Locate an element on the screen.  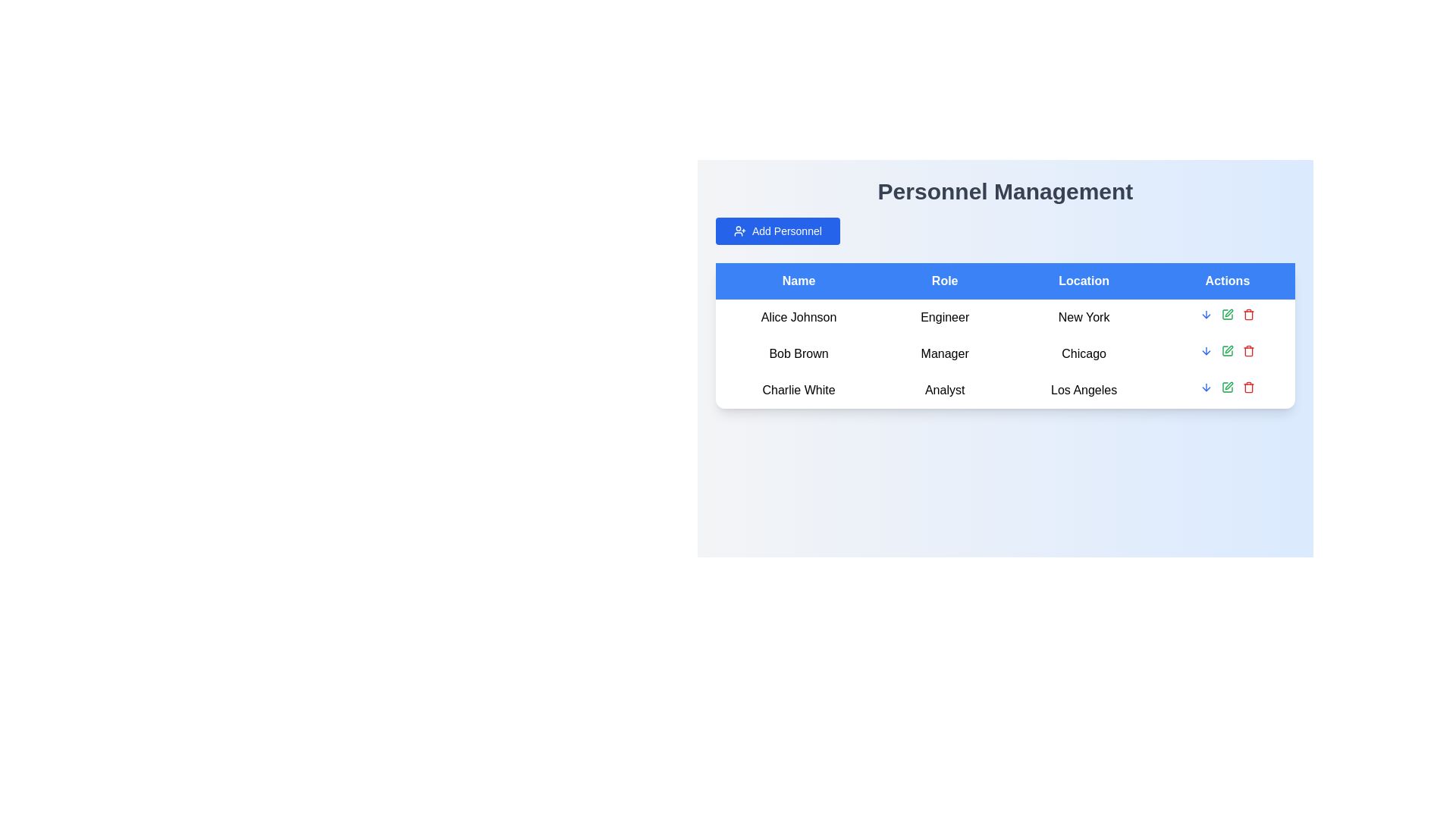
the text label identifying the role of 'Alice Johnson' in the second column of the first row of the table is located at coordinates (944, 317).